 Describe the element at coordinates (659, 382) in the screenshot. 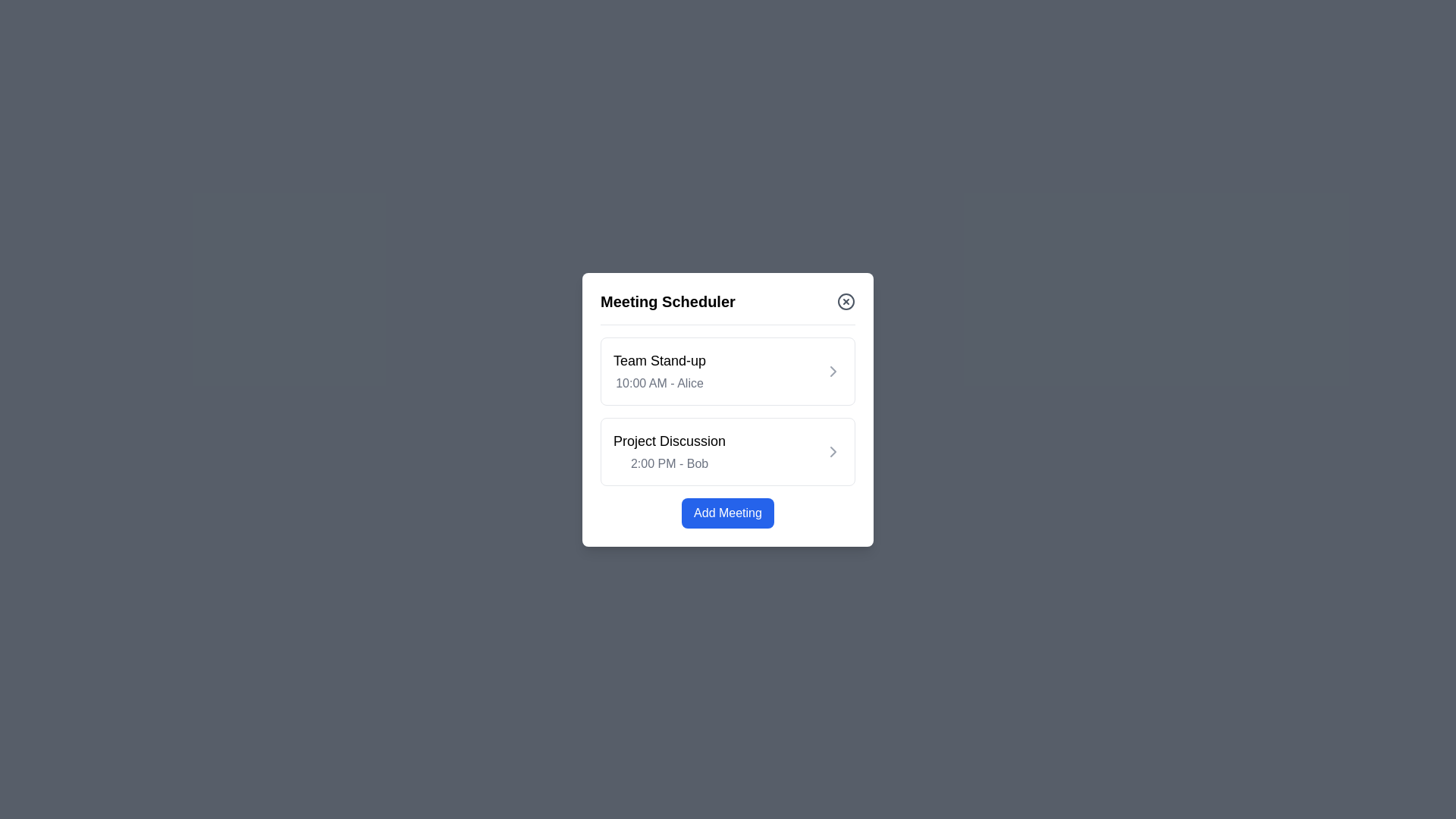

I see `the Text label providing details about the meeting scheduled at 10:00 AM, hosted by Alice, located below the 'Team Stand-up' title in the 'Meeting Scheduler' modal` at that location.